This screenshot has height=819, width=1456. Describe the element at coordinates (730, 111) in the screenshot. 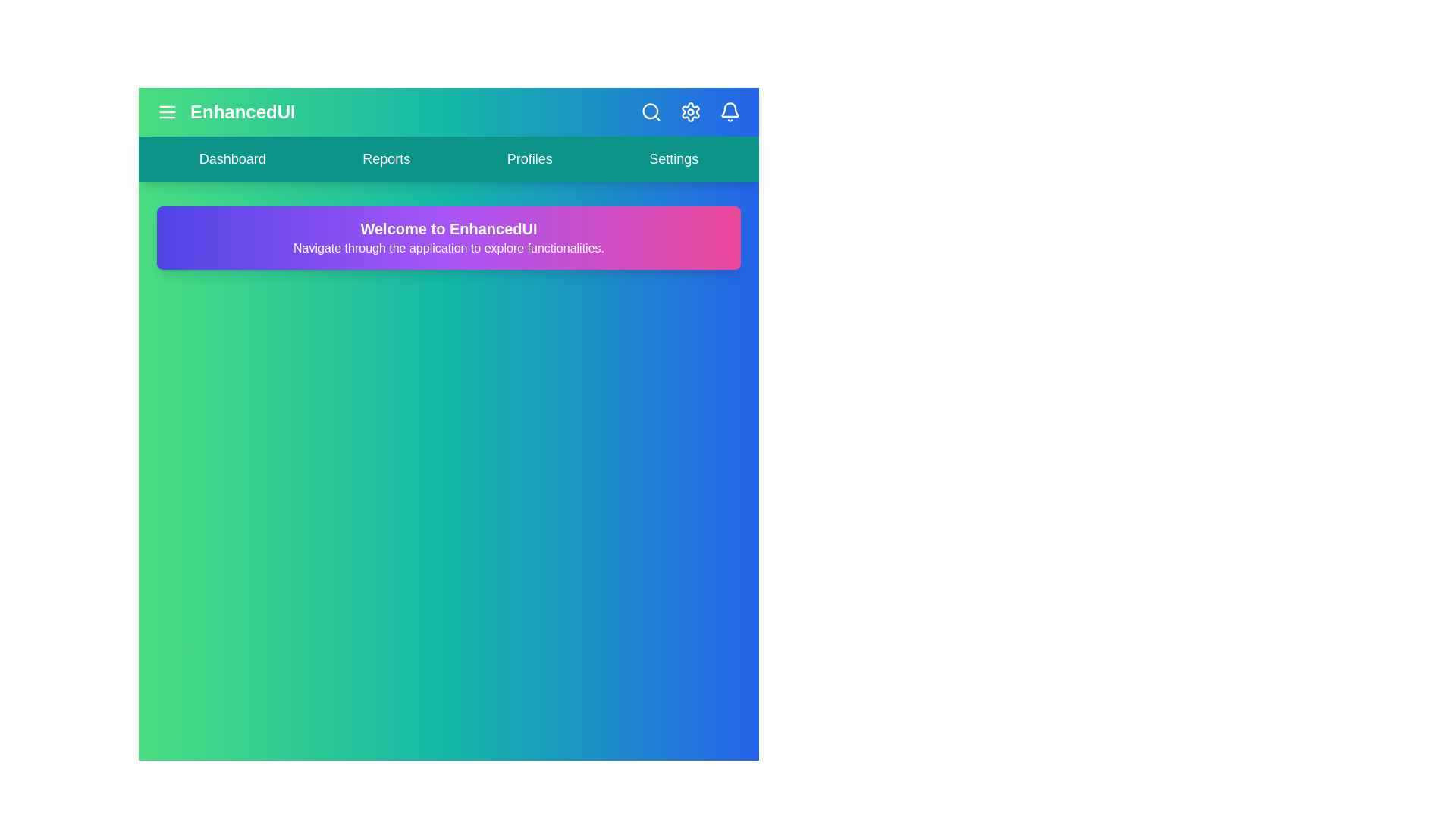

I see `the notifications icon in the header` at that location.